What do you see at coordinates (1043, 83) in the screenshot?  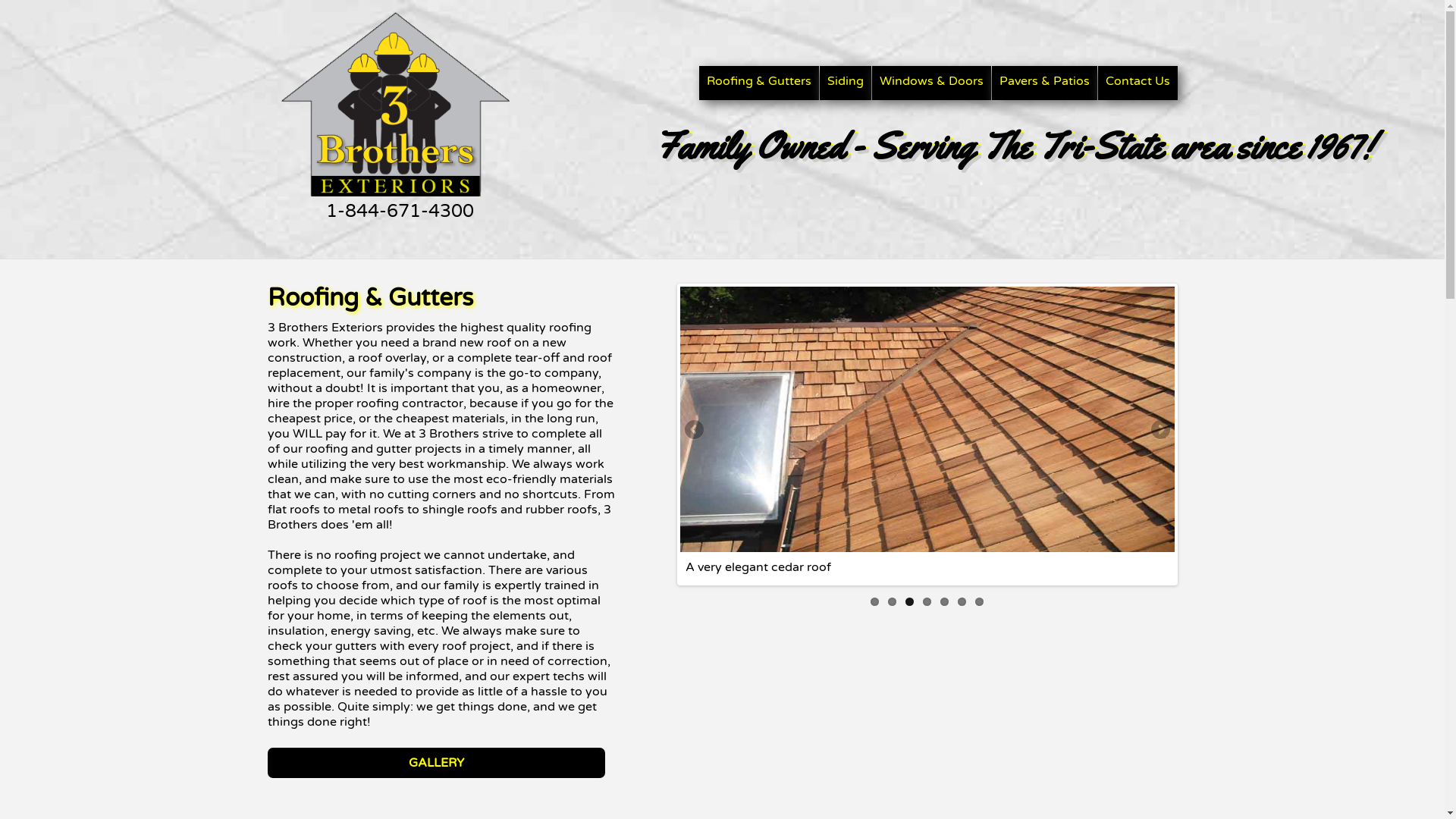 I see `'Pavers & Patios'` at bounding box center [1043, 83].